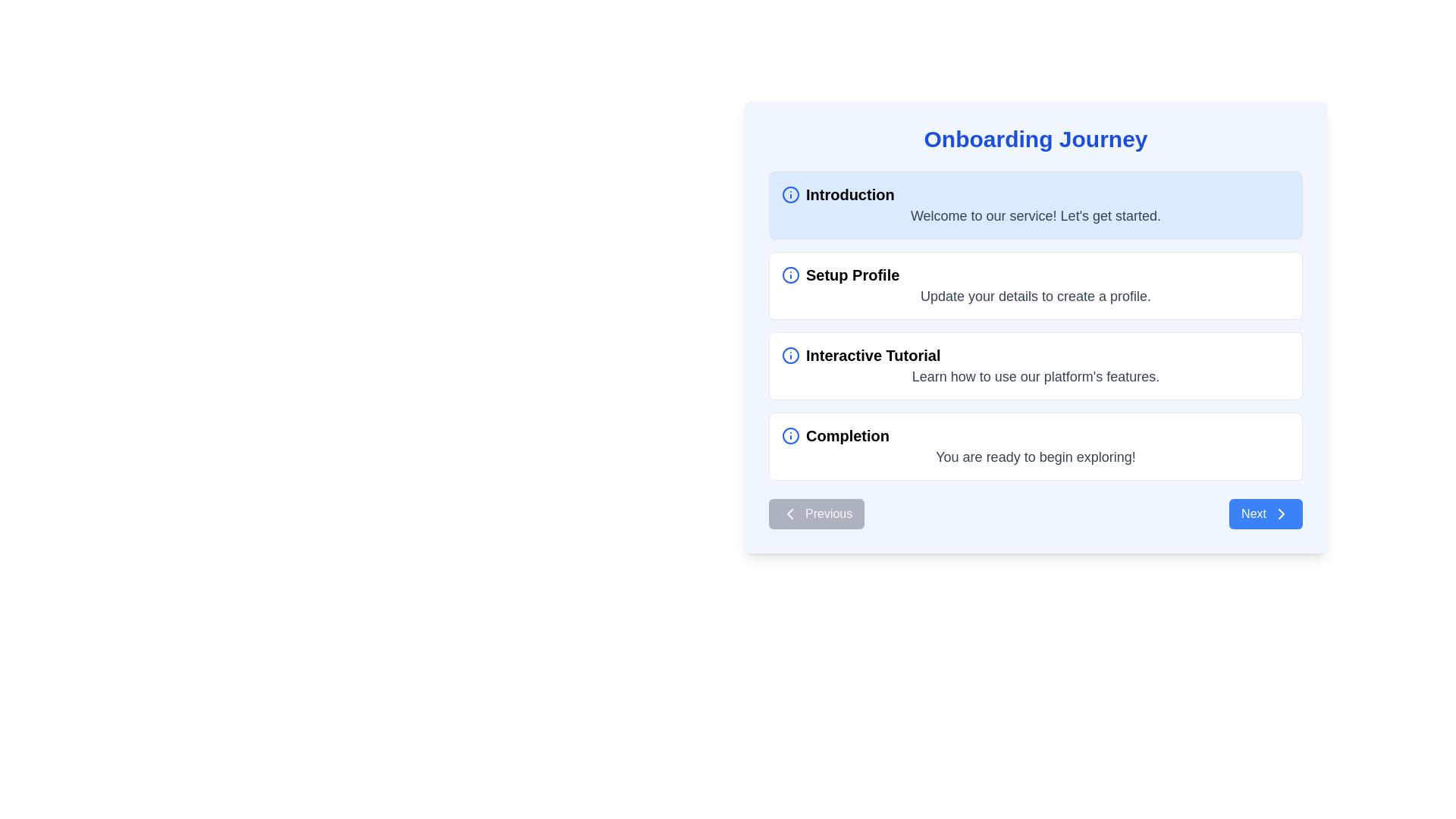  I want to click on the information marker icon that indicates additional context about the 'Interactive Tutorial' step in the onboarding process, located to the left of the corresponding text, so click(789, 356).